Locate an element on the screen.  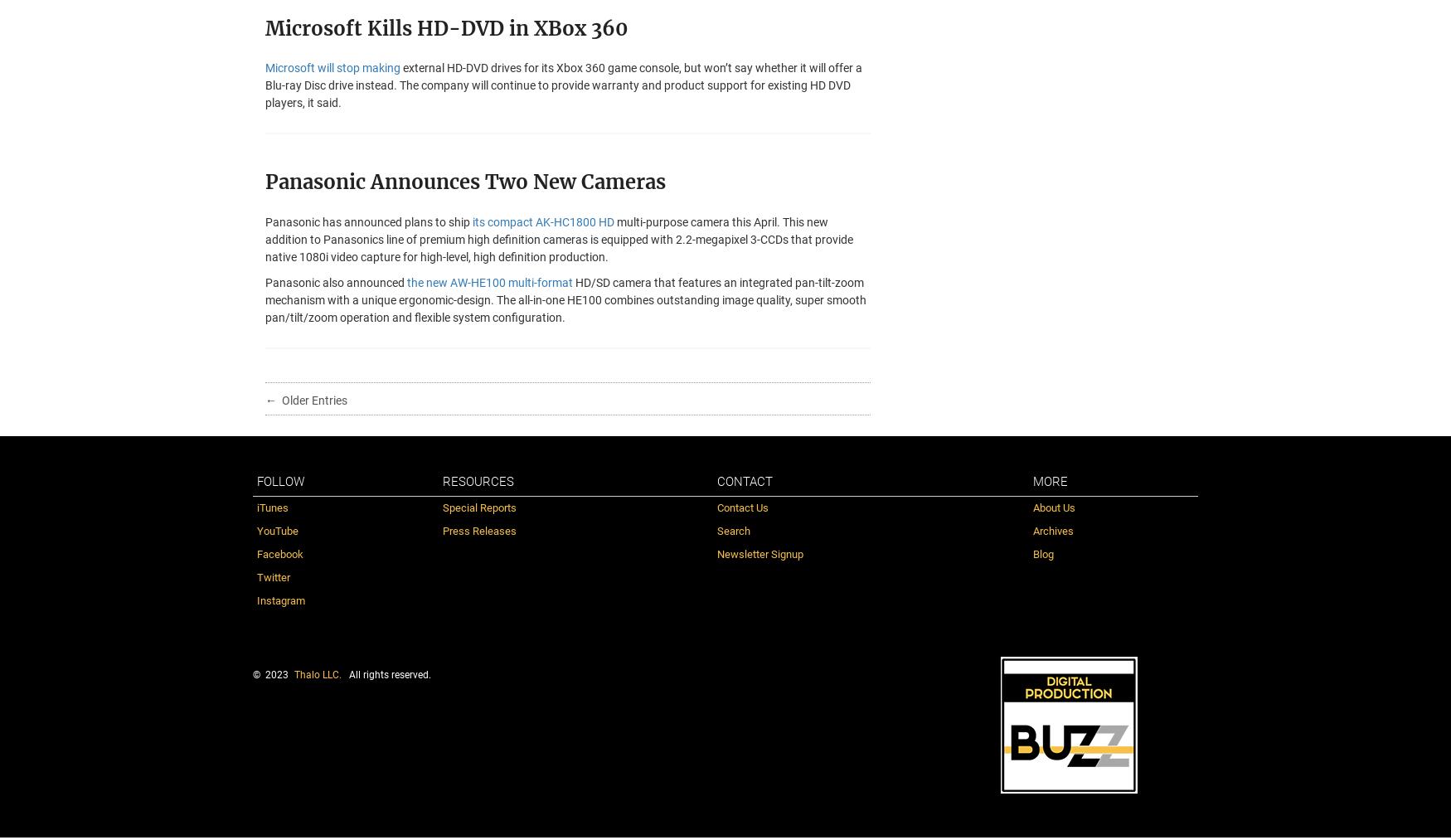
'©  2023' is located at coordinates (270, 674).